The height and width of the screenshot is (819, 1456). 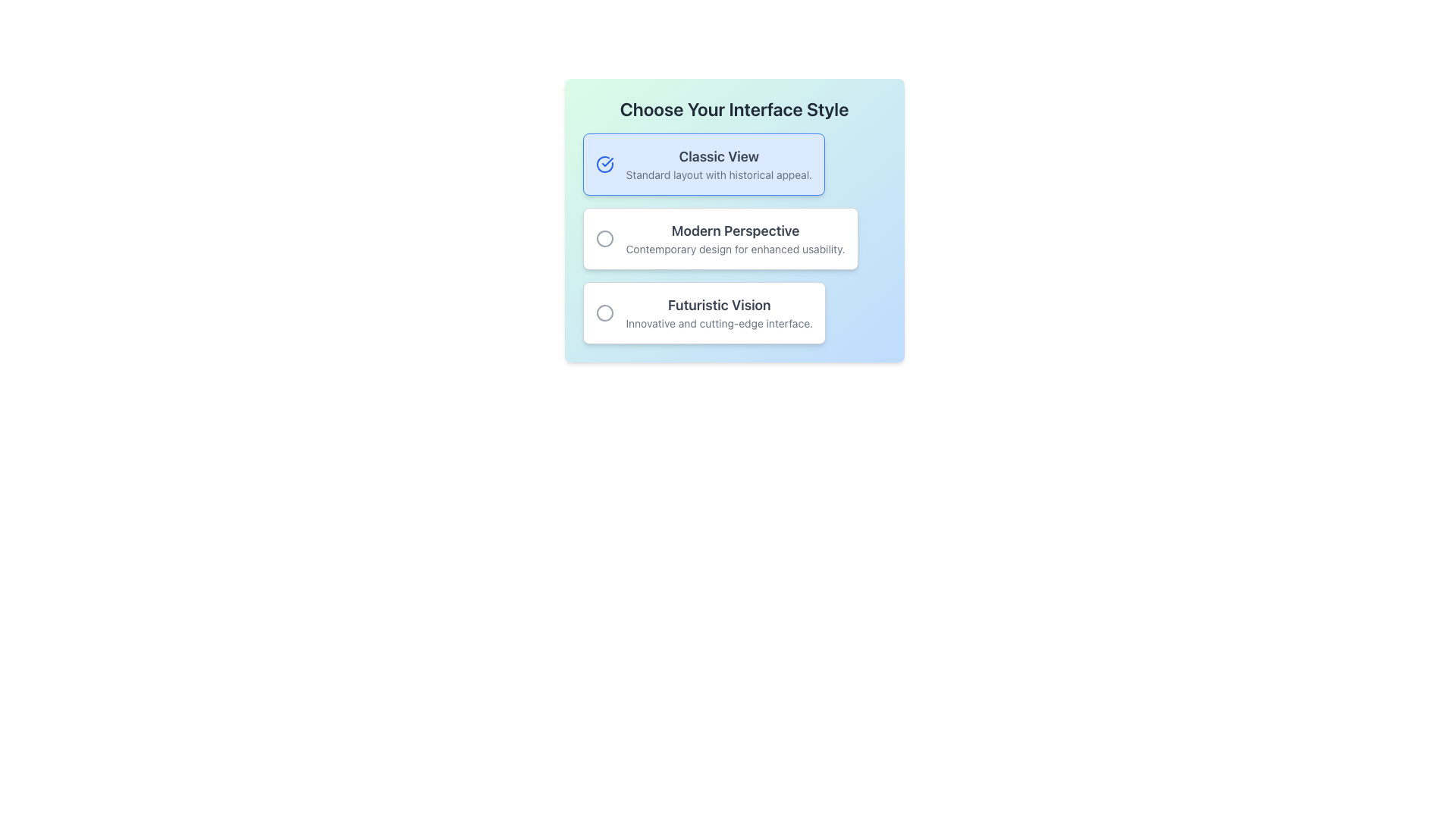 I want to click on the textual UI component titled 'Modern Perspective', which features a larger bold dark gray title and a smaller light gray subtitle, positioned centrally under the 'Choose Your Interface Style' title as the middle option in a three-selection menu, so click(x=735, y=239).